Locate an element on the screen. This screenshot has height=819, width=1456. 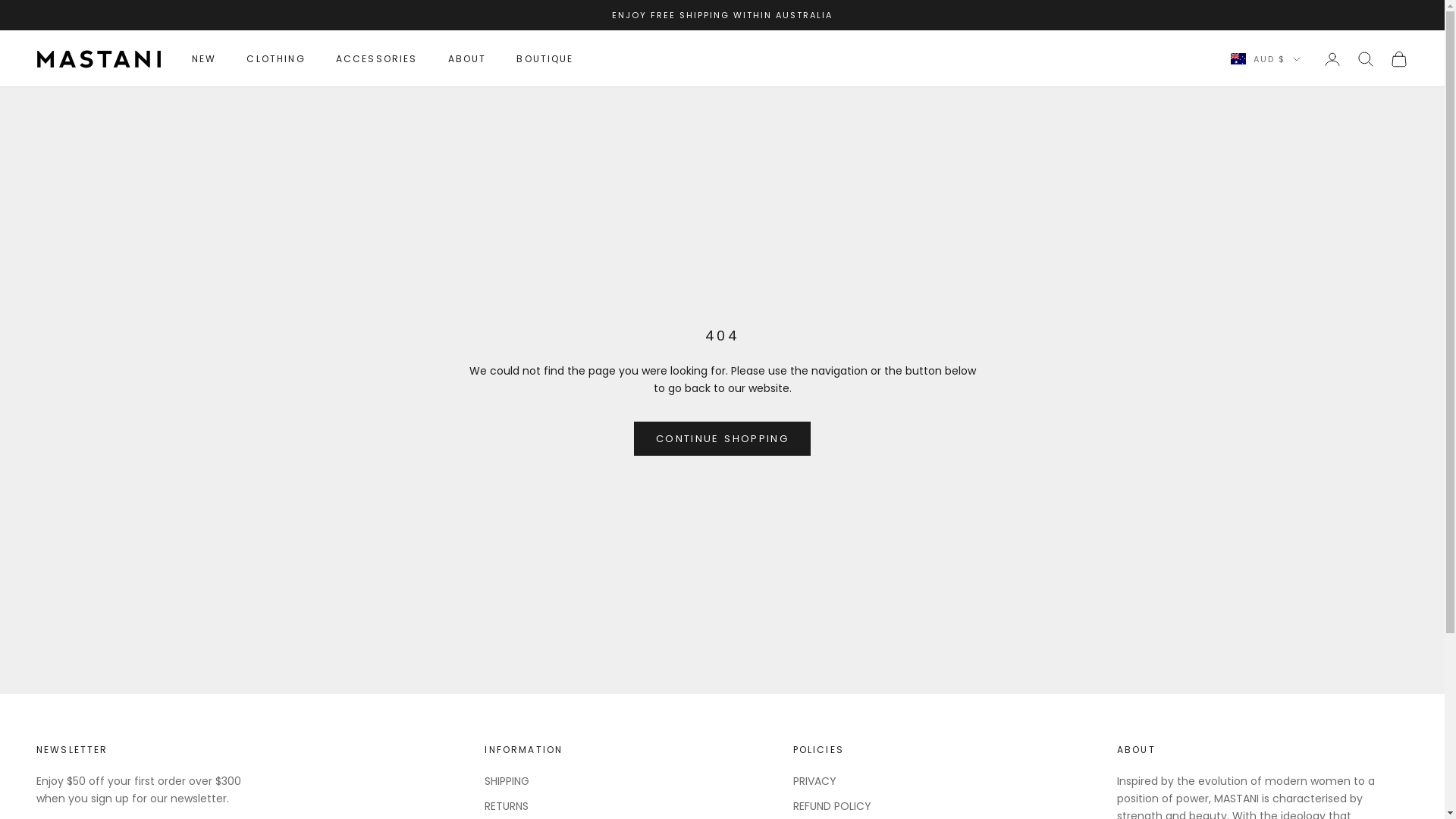
'RETURNS' is located at coordinates (506, 805).